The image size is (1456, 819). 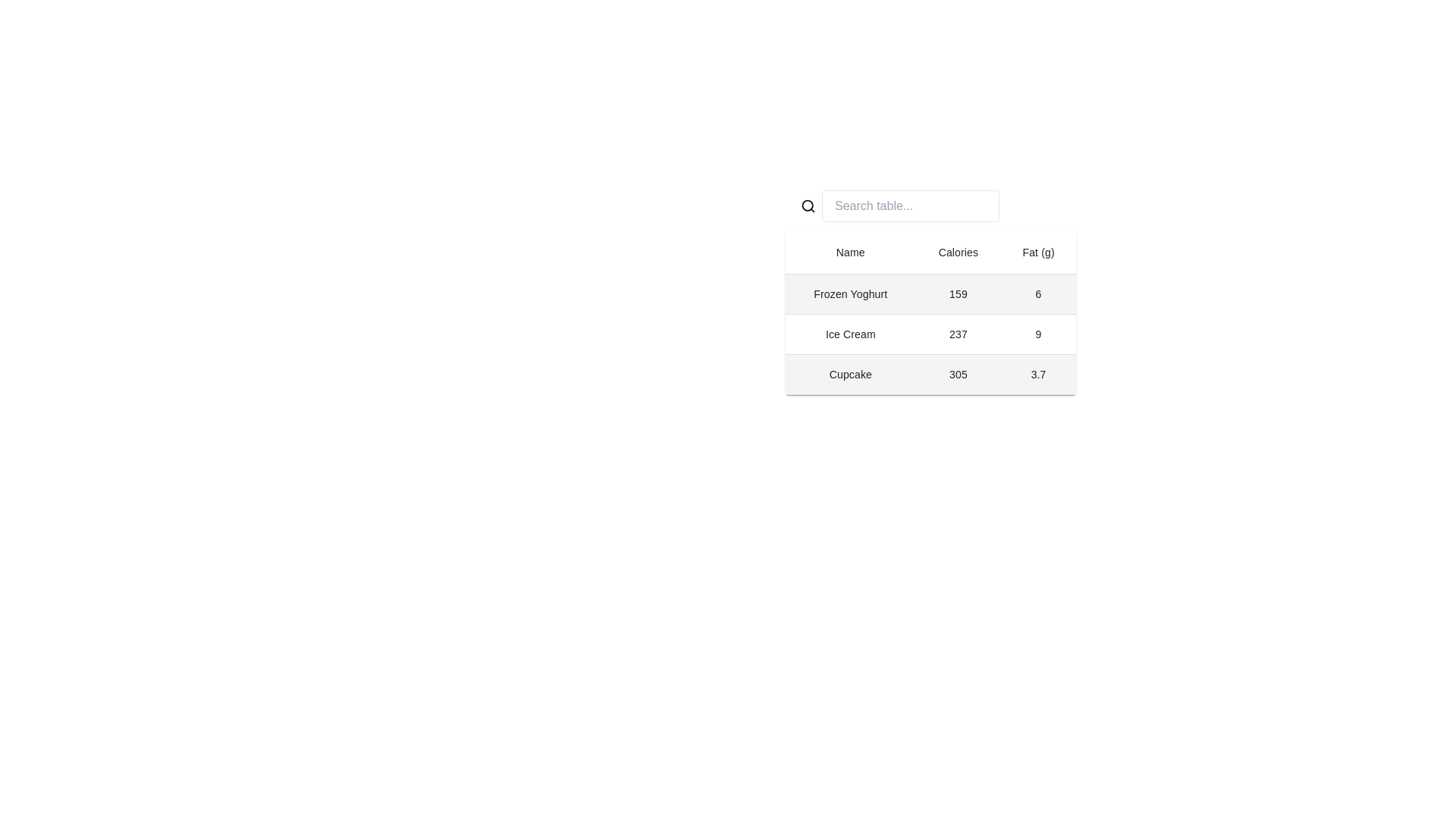 What do you see at coordinates (1037, 252) in the screenshot?
I see `text of the third column header in the table, which indicates fat content measured in grams` at bounding box center [1037, 252].